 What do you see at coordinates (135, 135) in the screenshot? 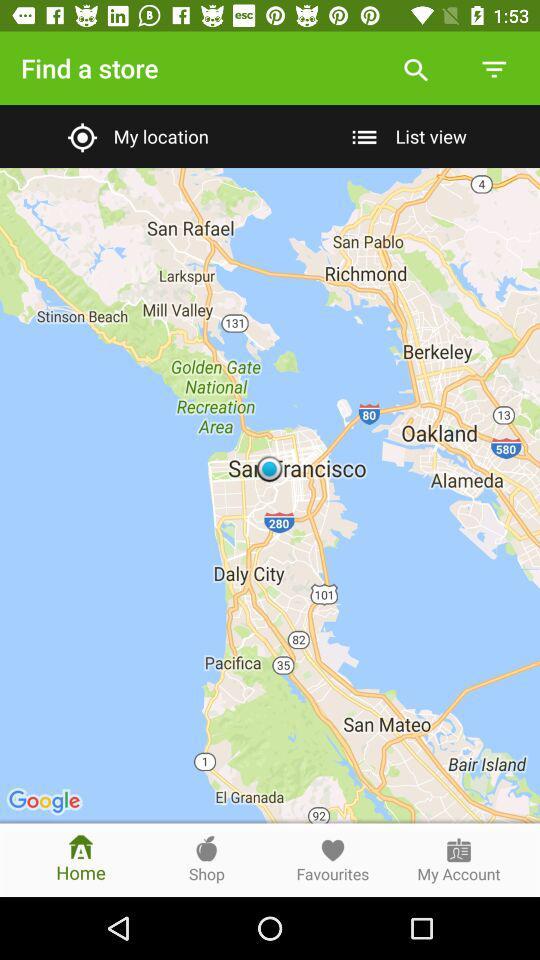
I see `the icon below find a store` at bounding box center [135, 135].